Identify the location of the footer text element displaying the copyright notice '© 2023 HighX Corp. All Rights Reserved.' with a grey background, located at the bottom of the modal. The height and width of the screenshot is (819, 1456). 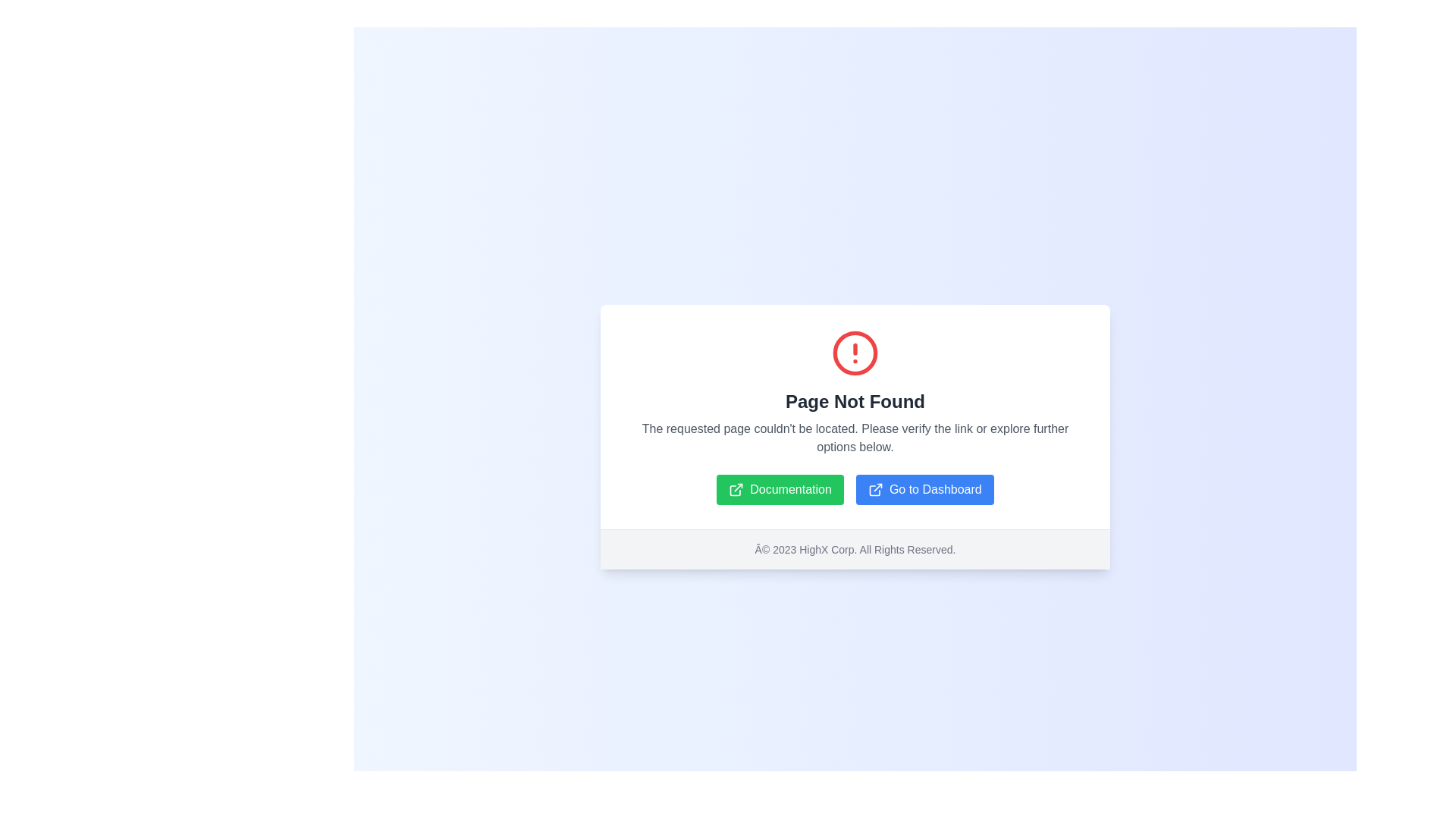
(855, 549).